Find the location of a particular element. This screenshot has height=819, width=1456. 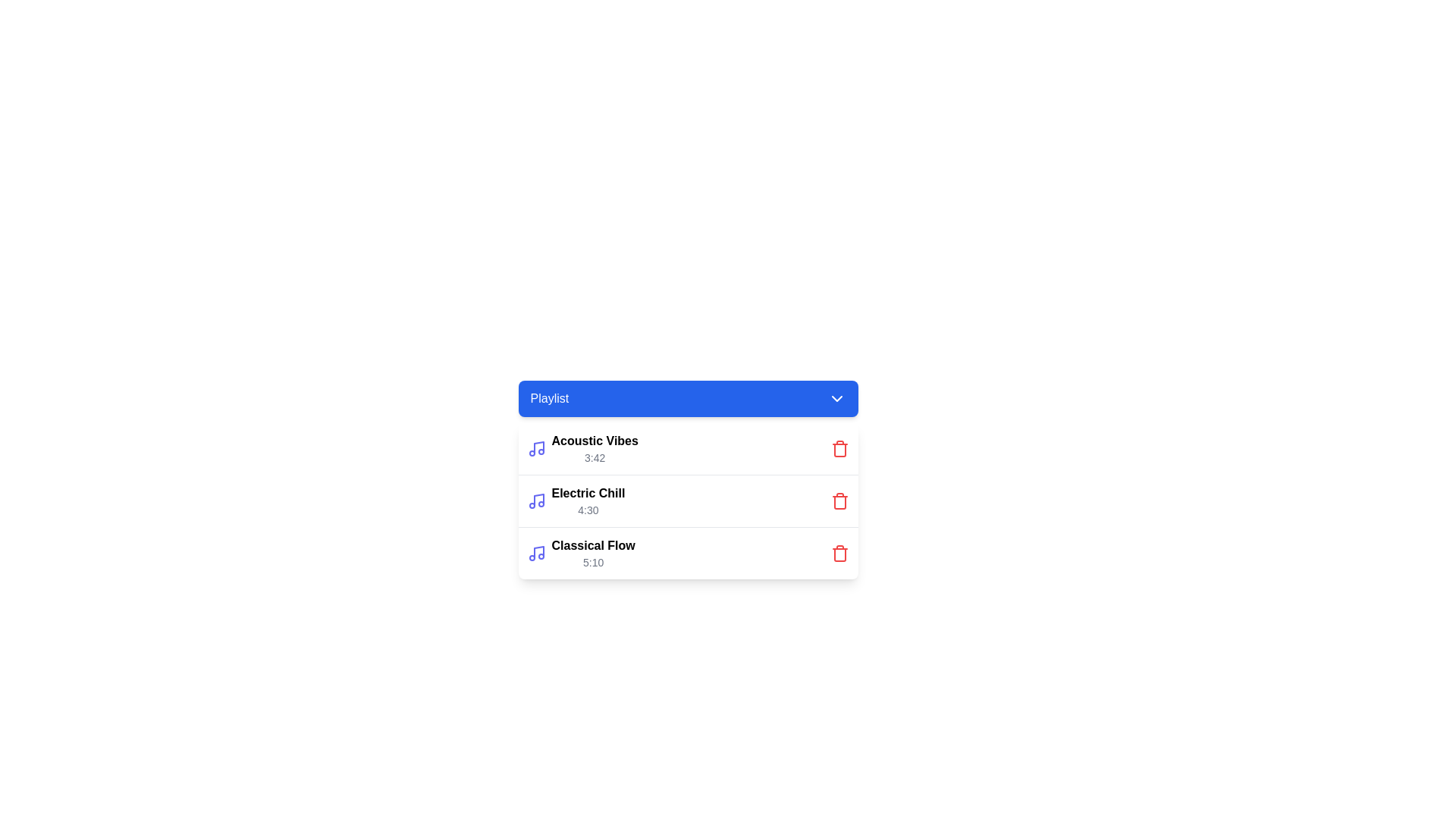

text displayed in the third item of the playlist under the 'Playlist' section, which provides information about a specific song, including its title and duration is located at coordinates (592, 553).